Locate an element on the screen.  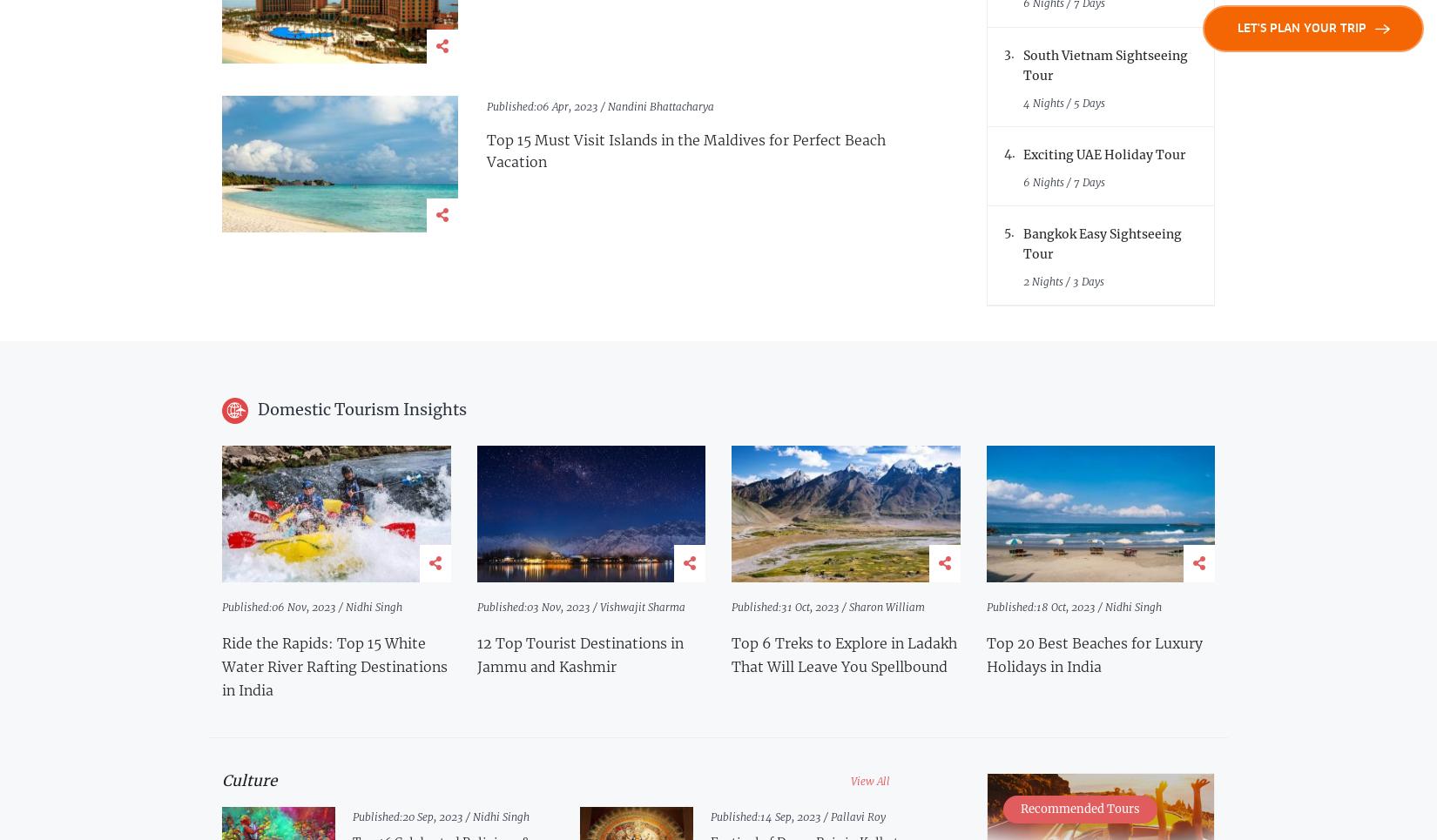
'6 Nights / 7 Days' is located at coordinates (1022, 181).